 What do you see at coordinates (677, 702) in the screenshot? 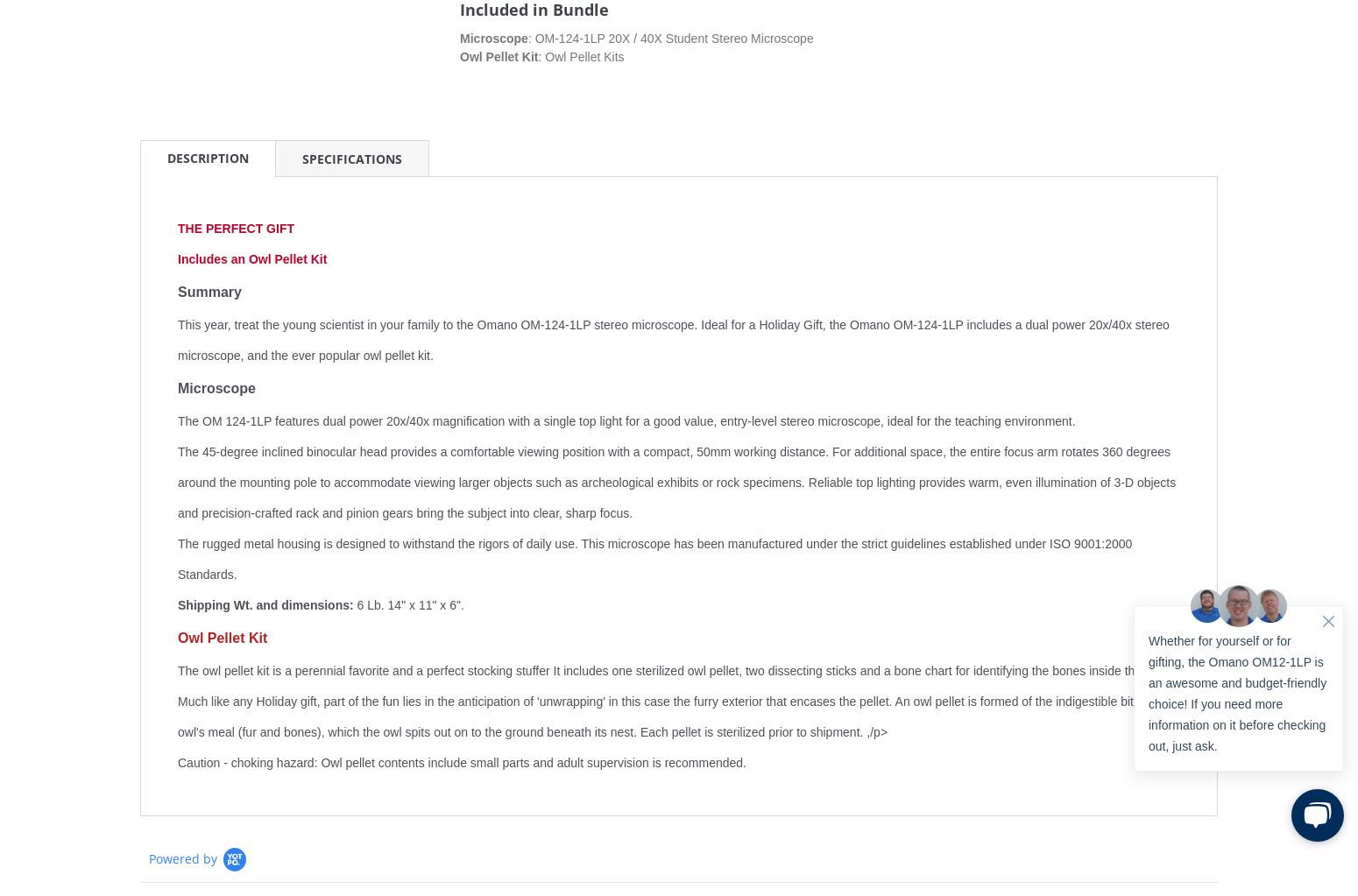
I see `'The owl pellet kit is a perennial favorite and a perfect stocking stuffer It includes one sterilized owl pellet, two dissecting sticks and a bone chart for identifying the bones inside the pellet. Much like any Holiday gift, part of the fun lies in the anticipation of 'unwrapping' in this case the furry exterior that encases the pellet. An owl pellet is formed of the indigestible bits of an owl's meal (fur and bones), which the owl spits out on to the ground beneath its nest. Each pellet is sterilized prior to shipment. ,/p>'` at bounding box center [677, 702].